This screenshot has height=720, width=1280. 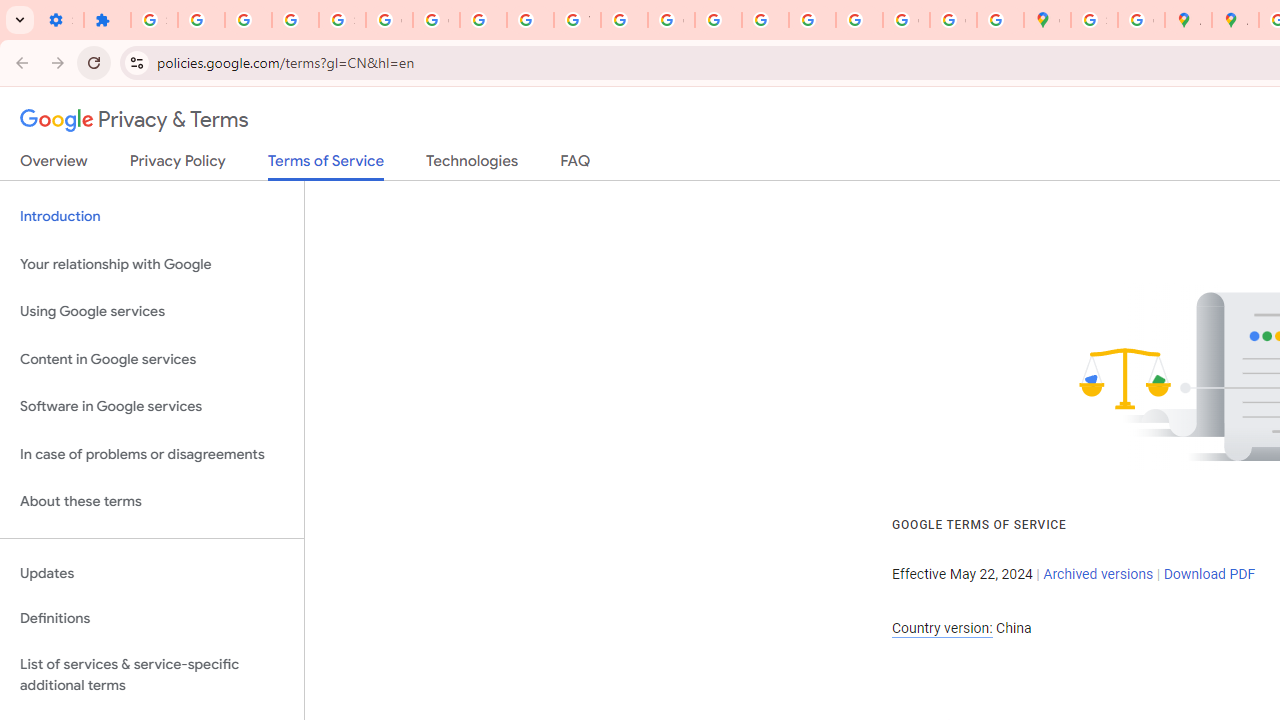 I want to click on 'About these terms', so click(x=151, y=501).